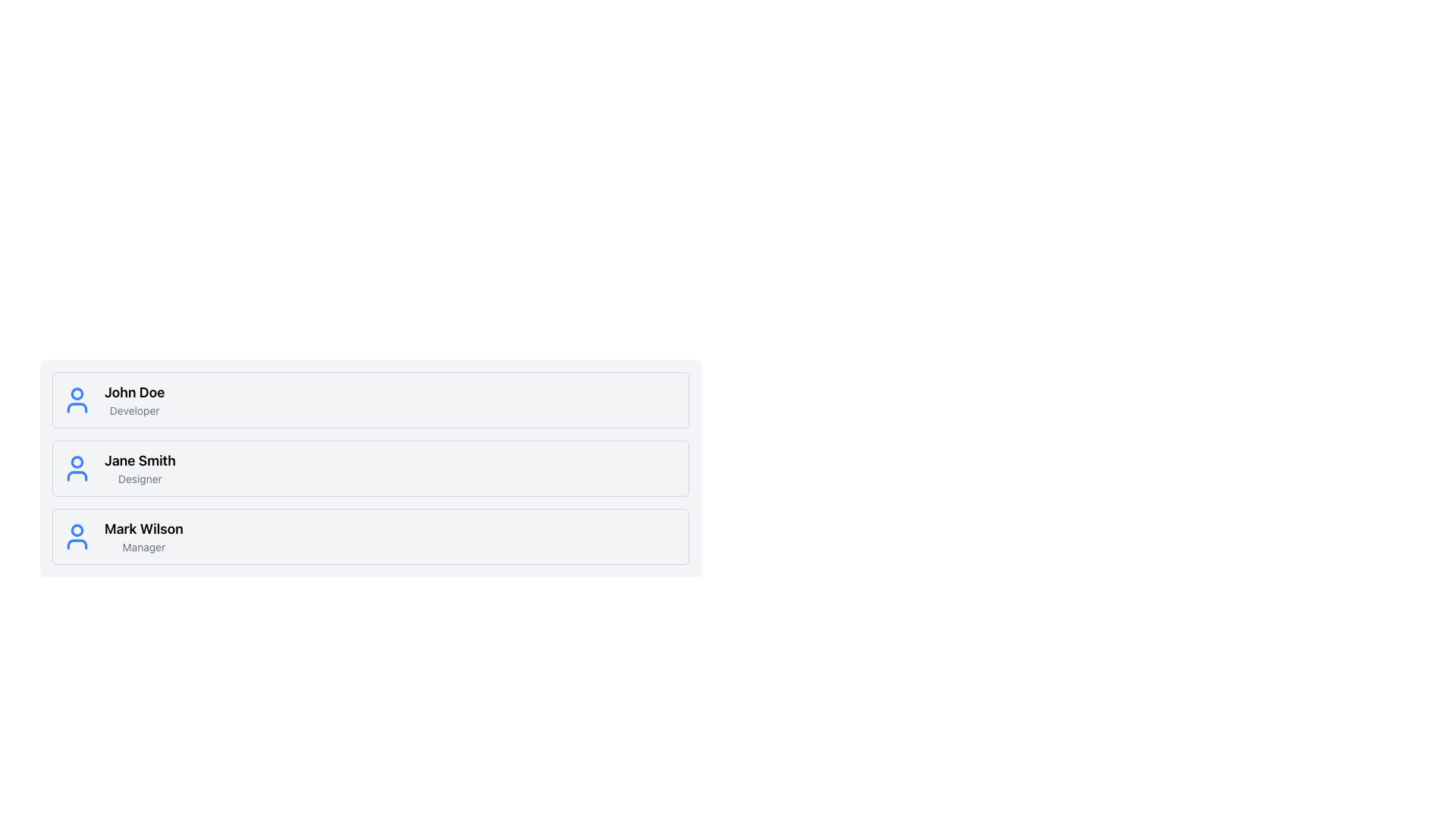 The image size is (1456, 819). I want to click on the Text Display element showing 'Mark Wilson' and 'Manager' located at the bottom of the user entries list, so click(143, 536).